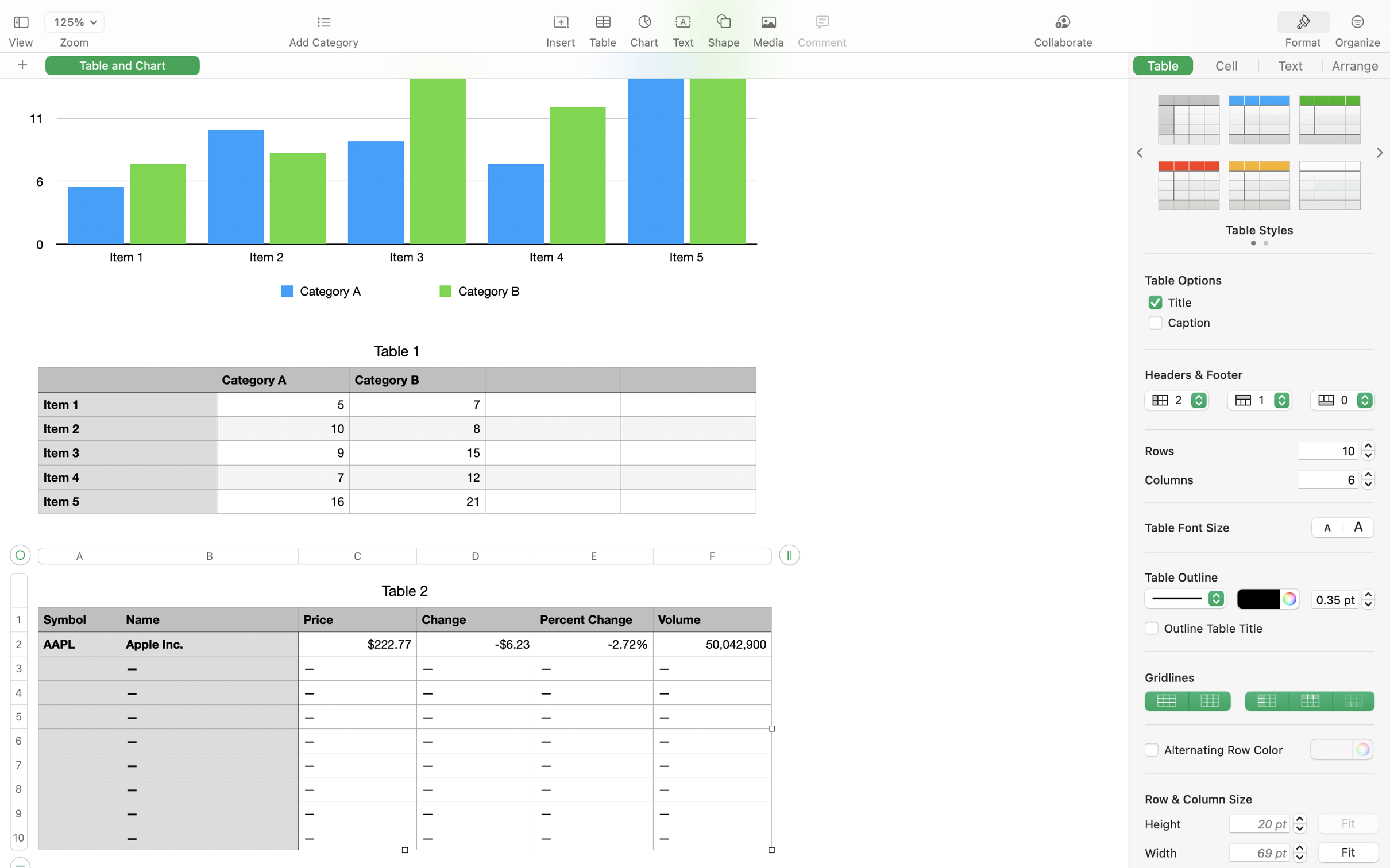  Describe the element at coordinates (1328, 479) in the screenshot. I see `'6'` at that location.